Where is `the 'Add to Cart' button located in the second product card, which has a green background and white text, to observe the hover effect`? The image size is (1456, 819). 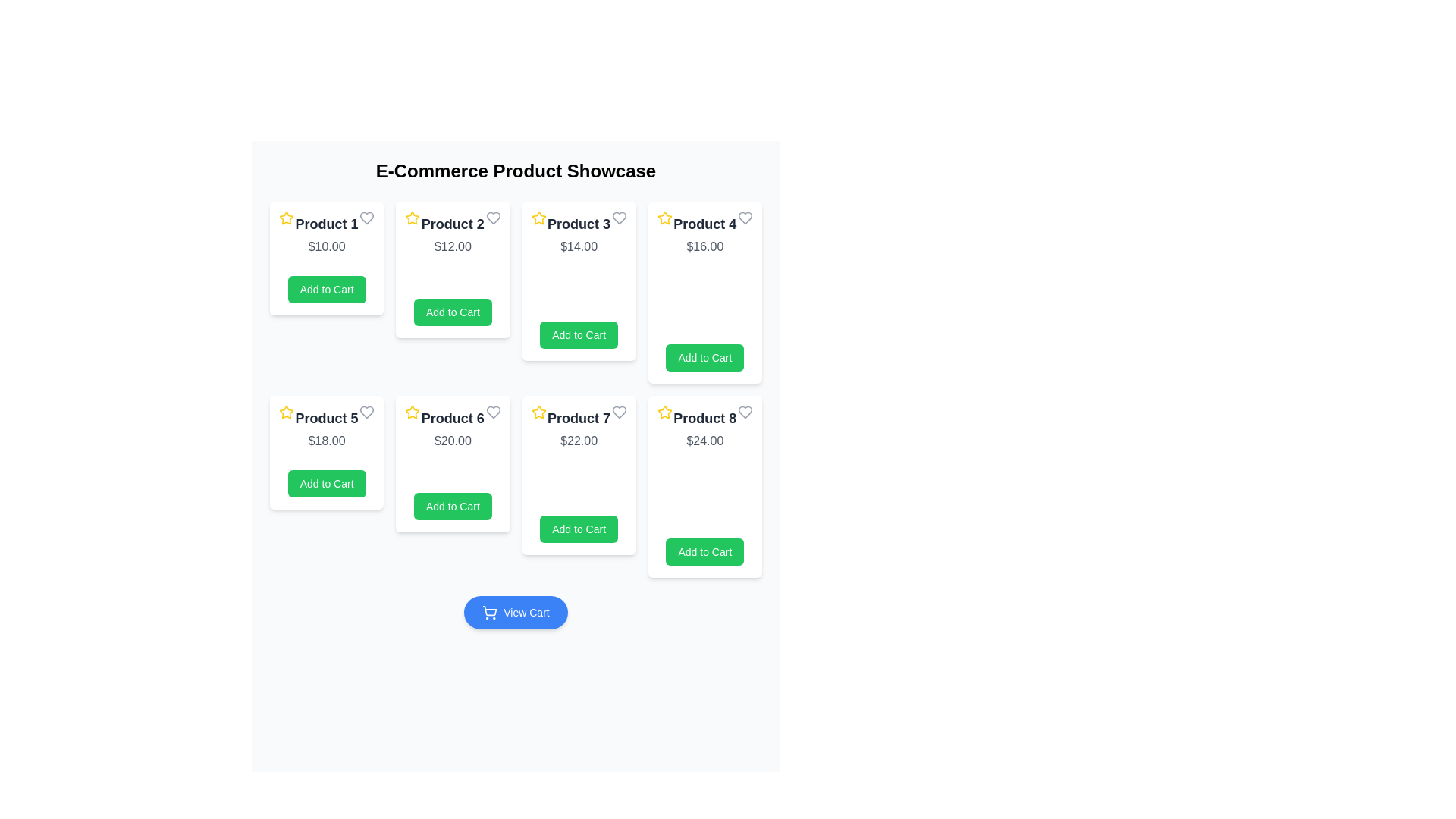
the 'Add to Cart' button located in the second product card, which has a green background and white text, to observe the hover effect is located at coordinates (452, 312).